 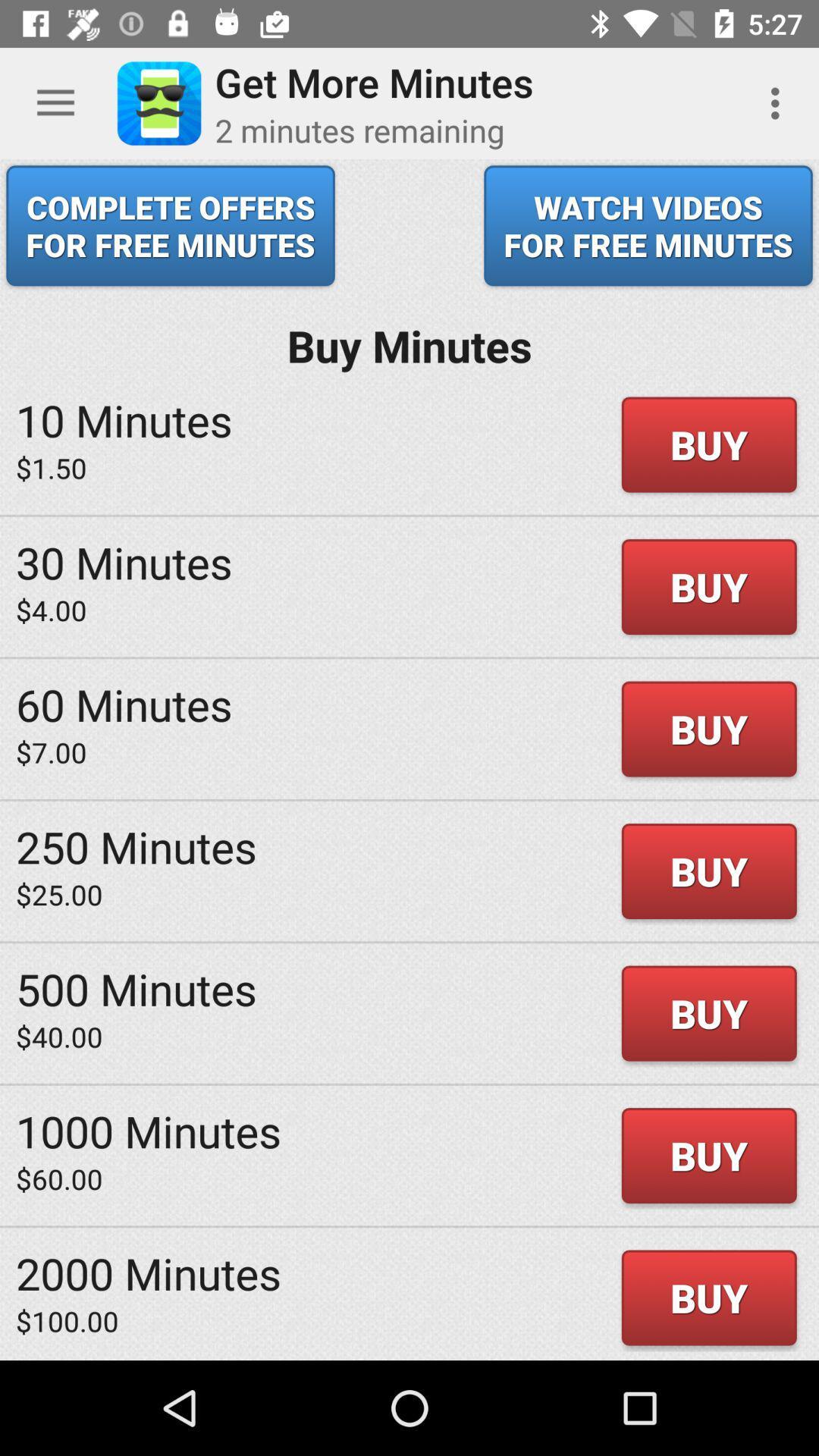 I want to click on the icon to the left of the buy item, so click(x=136, y=846).